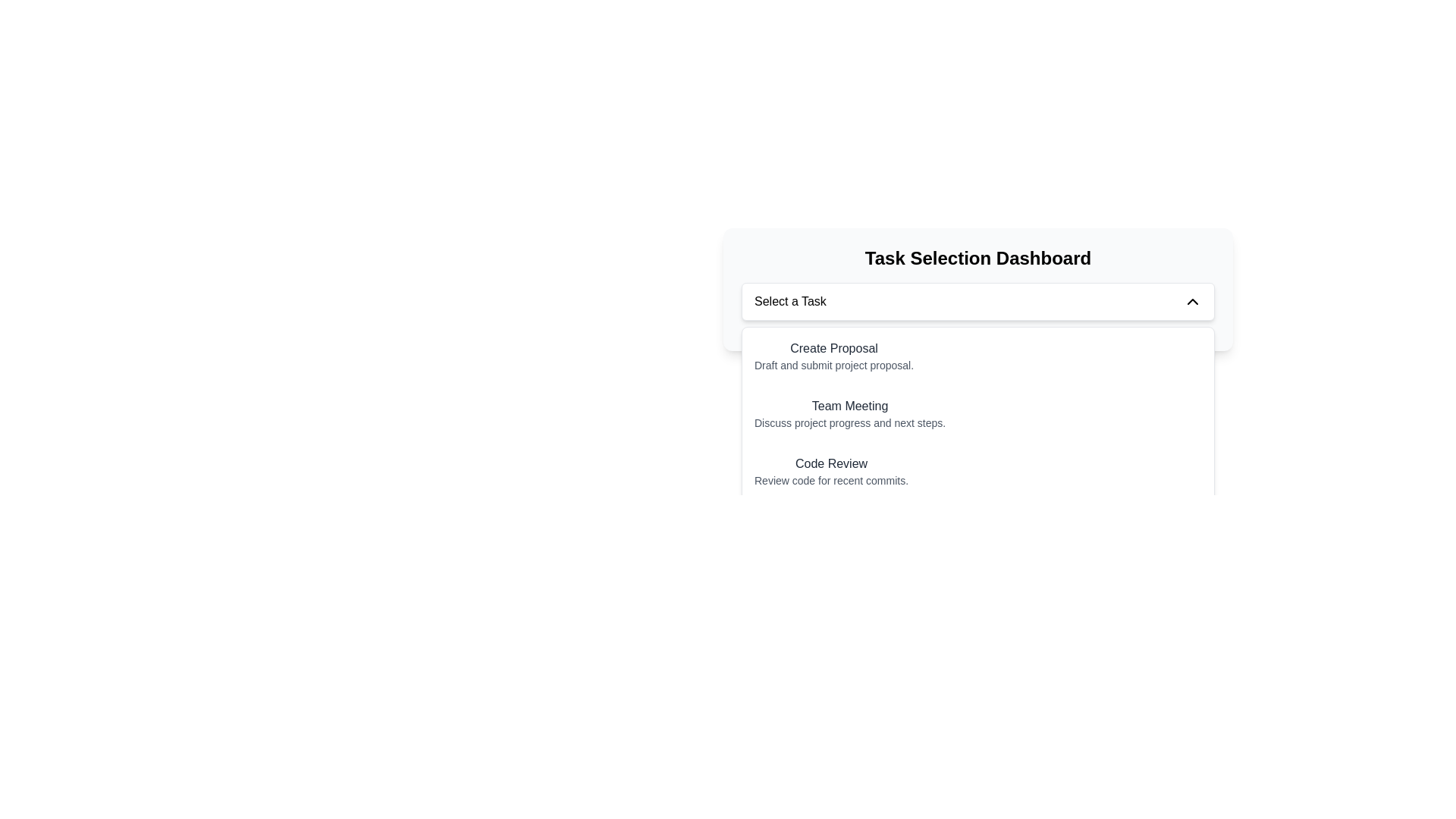  Describe the element at coordinates (978, 470) in the screenshot. I see `to select the 'Code Review' task from the selectable list item in the Task Selection Dashboard` at that location.